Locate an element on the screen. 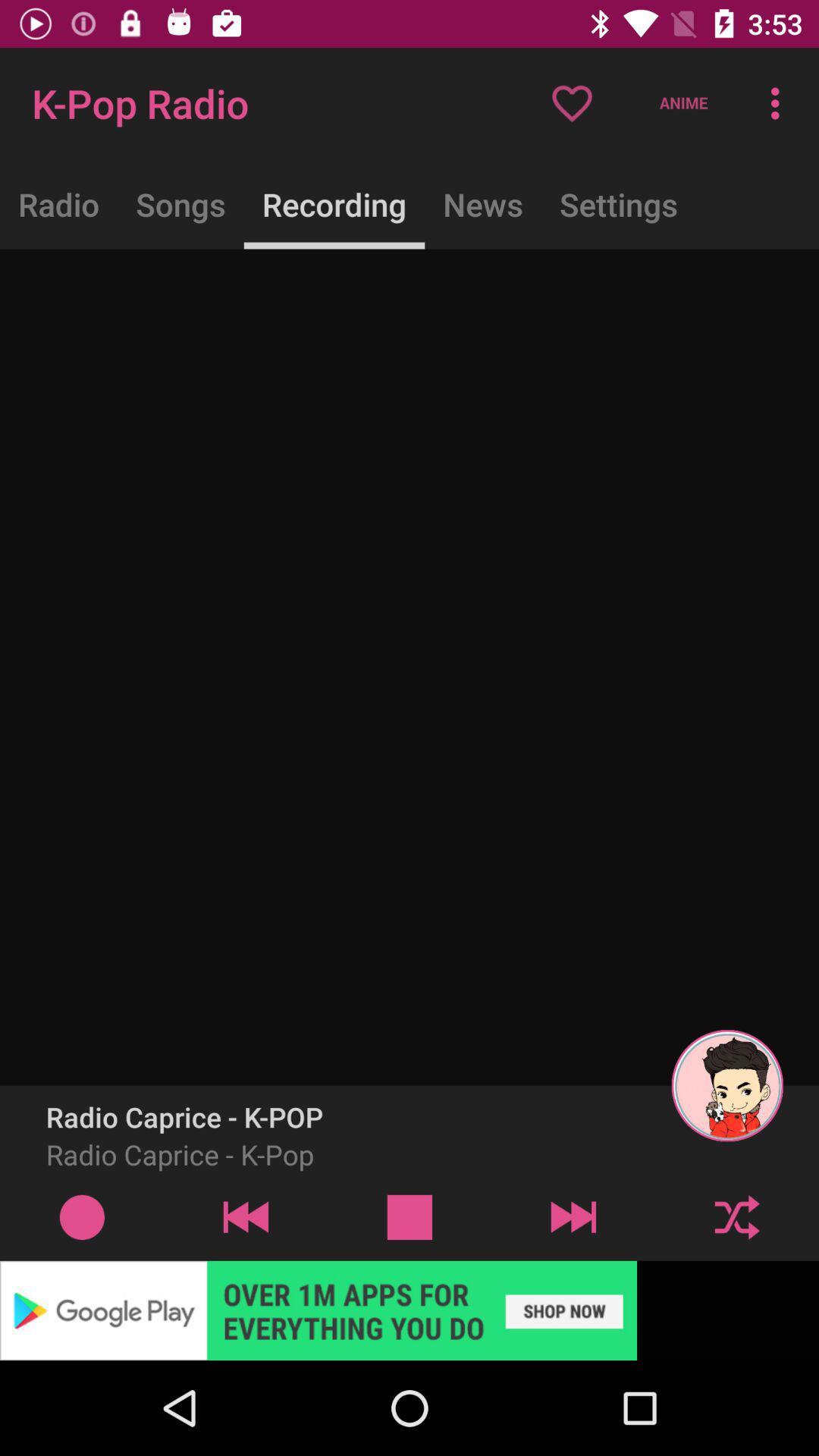 This screenshot has width=819, height=1456. next is located at coordinates (736, 1216).